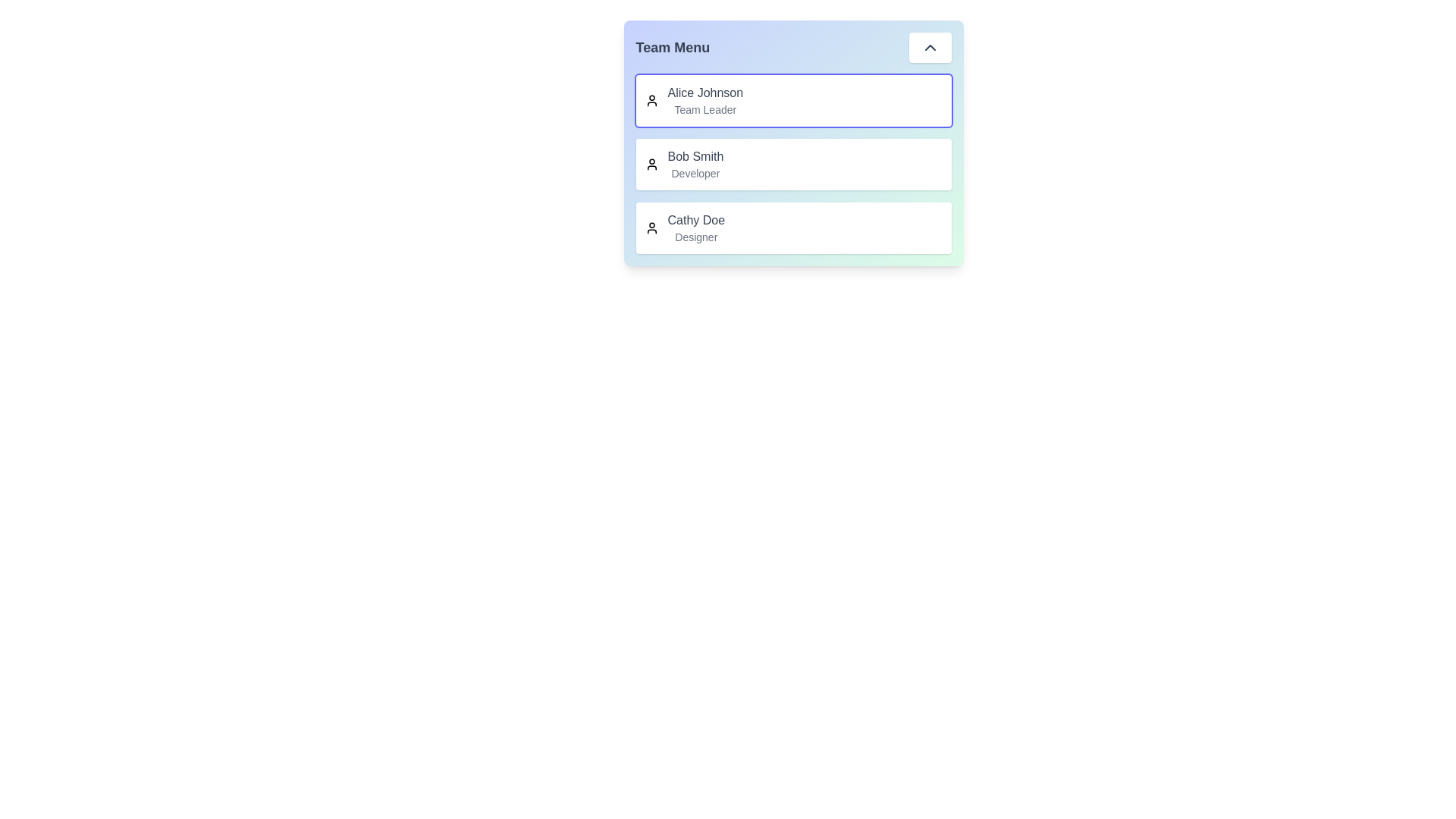 This screenshot has width=1456, height=819. Describe the element at coordinates (792, 46) in the screenshot. I see `the team menu header to inspect it` at that location.